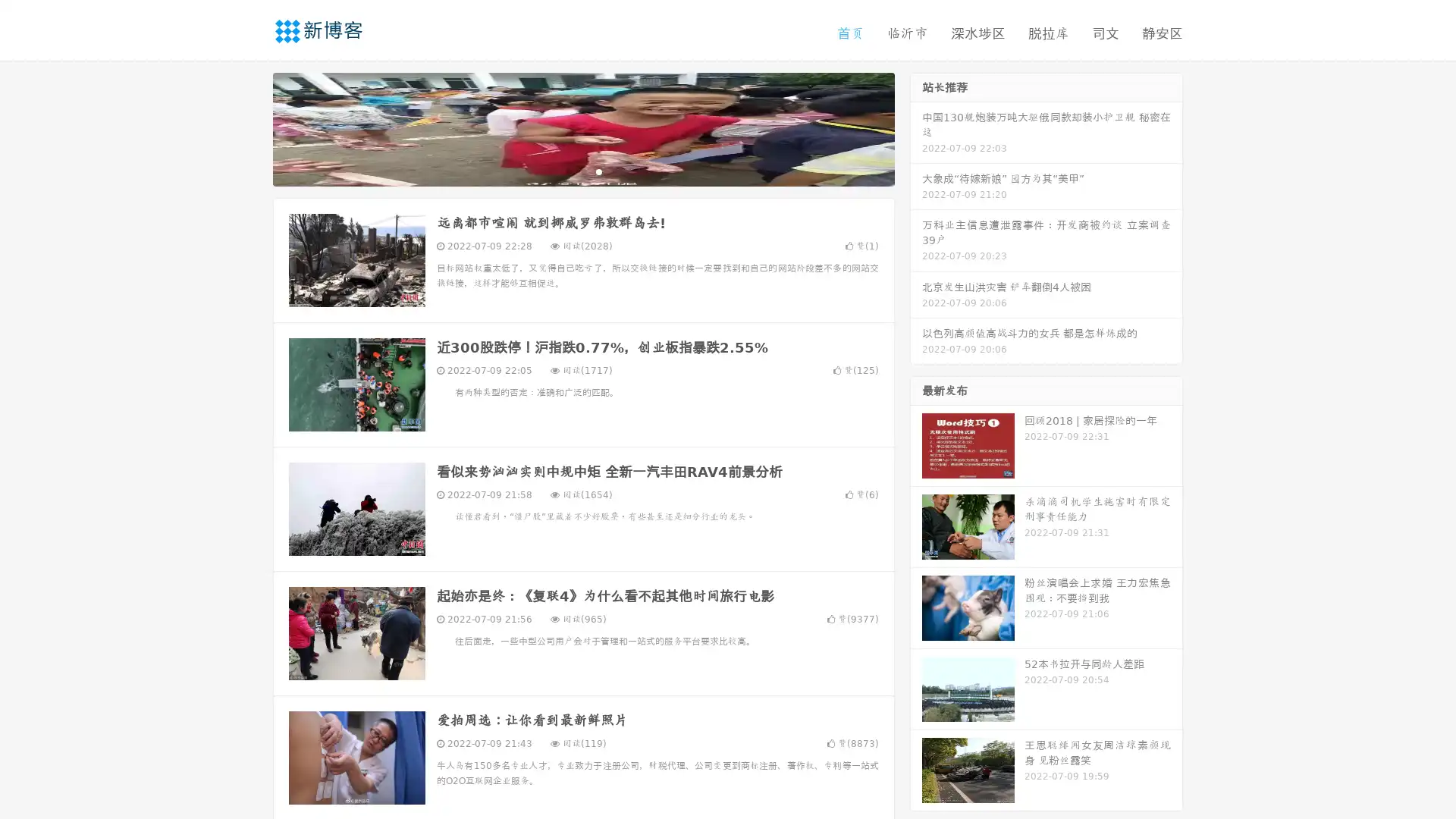 The width and height of the screenshot is (1456, 819). What do you see at coordinates (250, 127) in the screenshot?
I see `Previous slide` at bounding box center [250, 127].